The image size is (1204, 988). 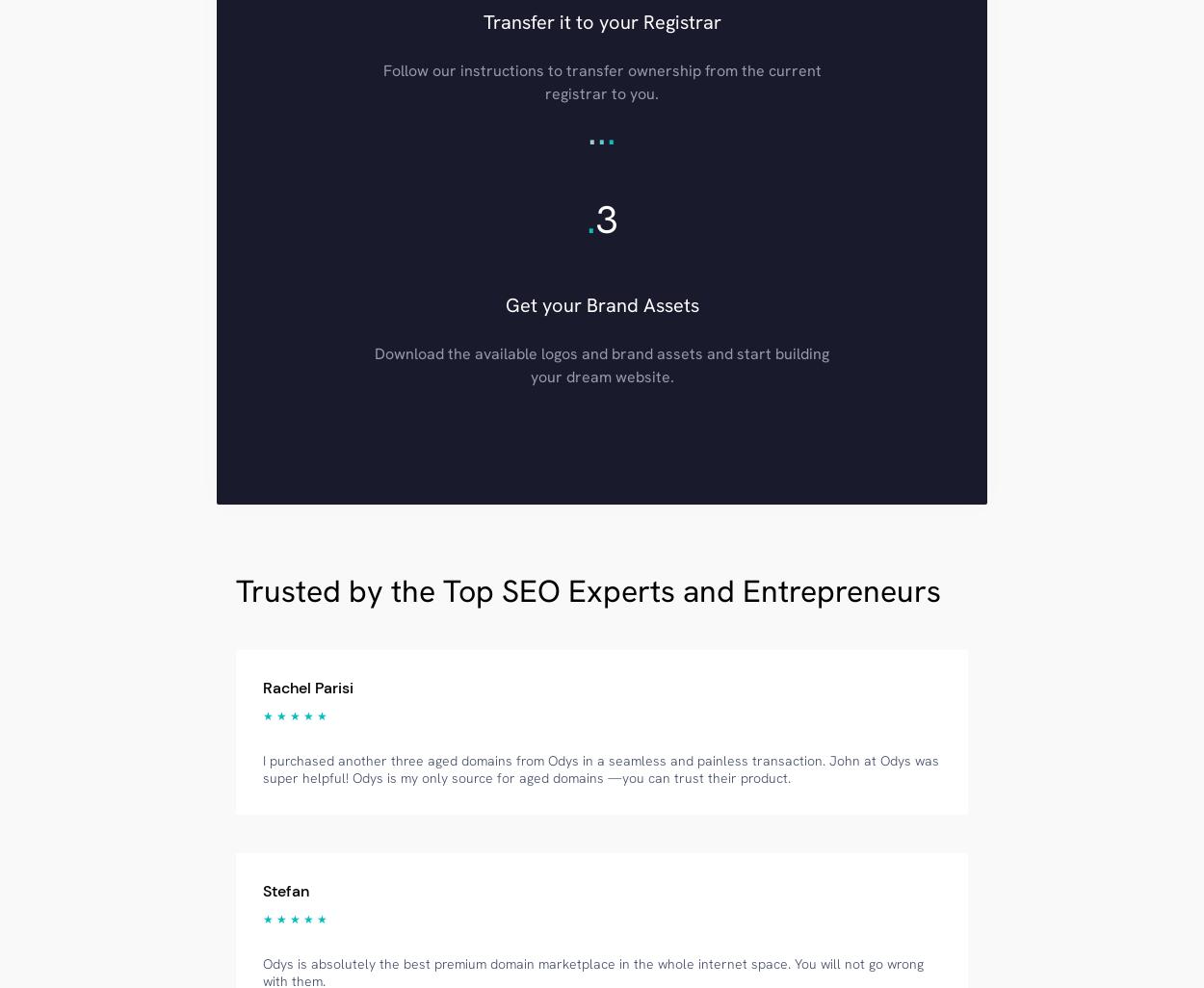 I want to click on 'I purchased another three aged domains from Odys in a seamless and painless transaction. John at Odys was super helpful! Odys is my only source for aged domains —you can trust their product.', so click(x=600, y=768).